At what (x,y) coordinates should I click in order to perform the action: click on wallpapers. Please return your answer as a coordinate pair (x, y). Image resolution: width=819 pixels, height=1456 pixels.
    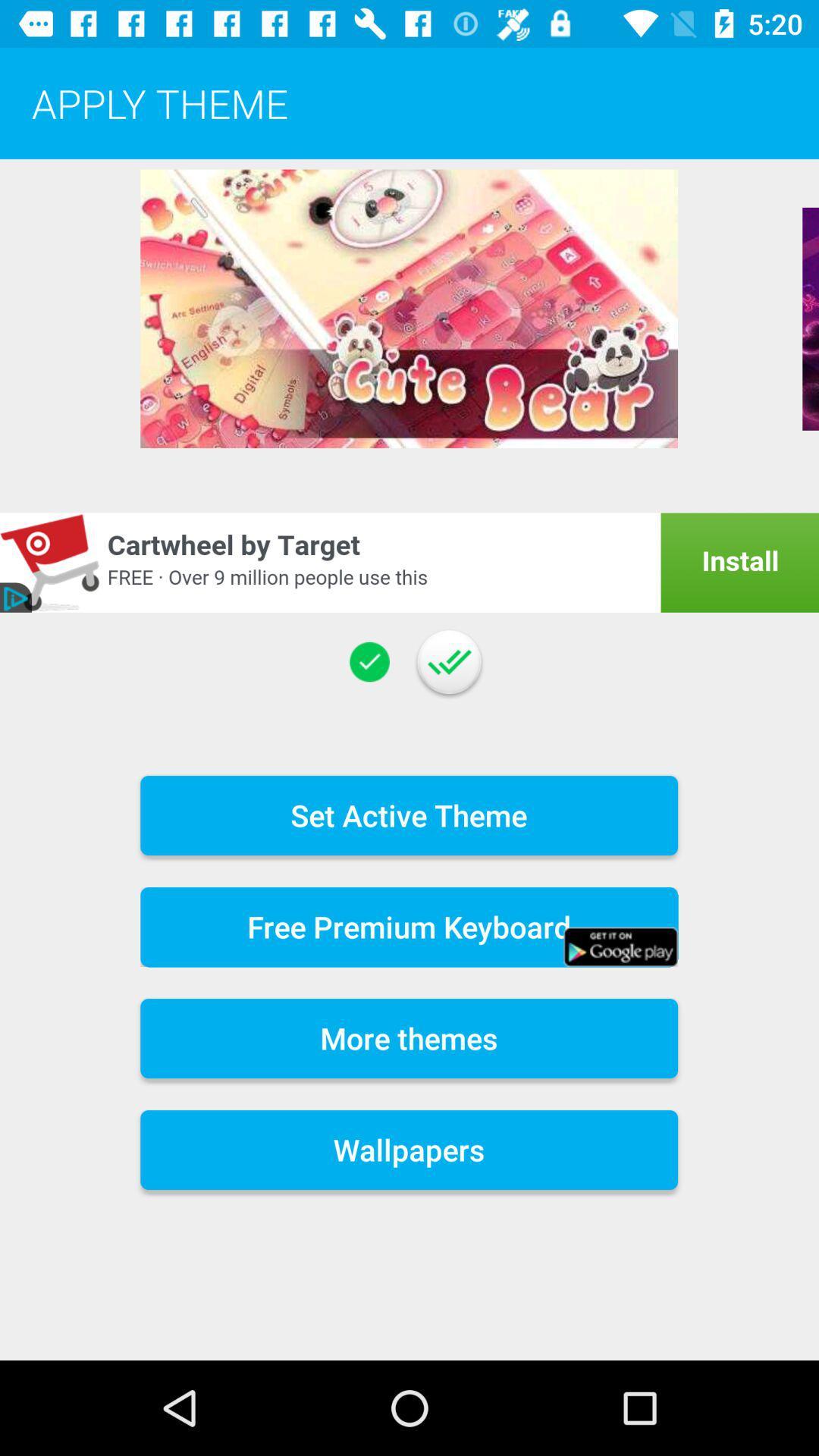
    Looking at the image, I should click on (408, 1150).